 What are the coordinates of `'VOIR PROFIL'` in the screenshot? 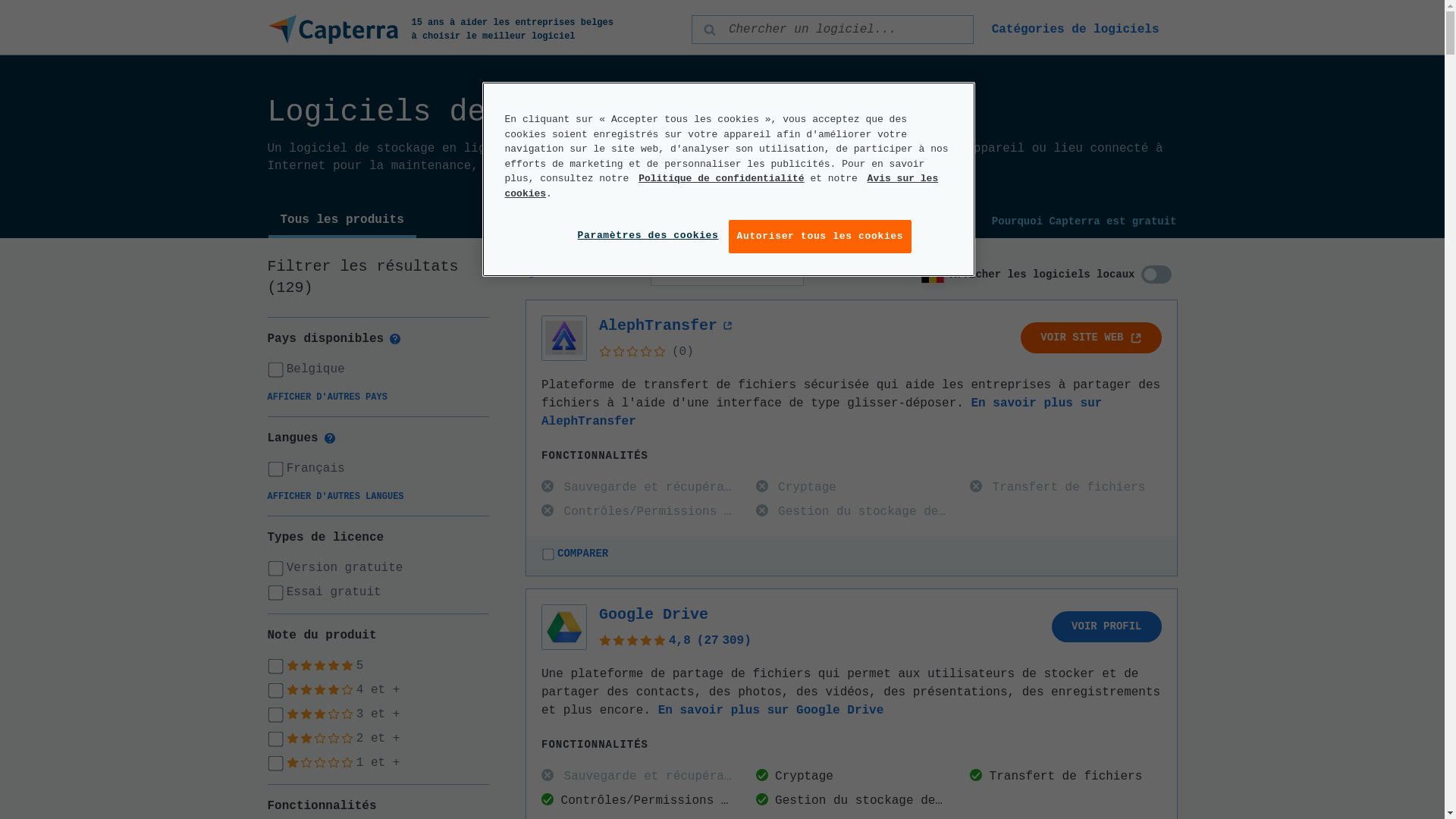 It's located at (1106, 626).